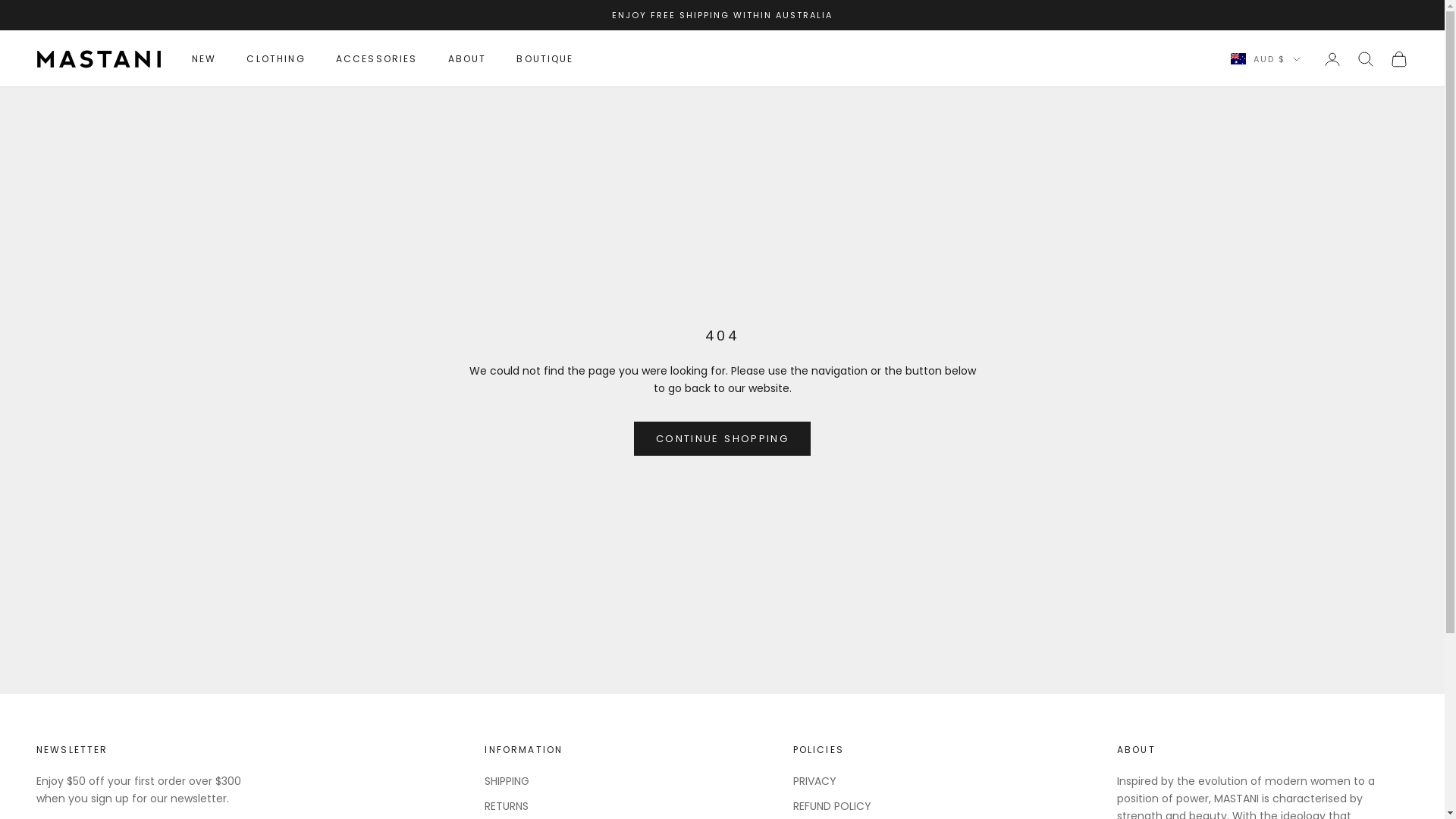 This screenshot has height=819, width=1456. I want to click on 'Open search', so click(1357, 58).